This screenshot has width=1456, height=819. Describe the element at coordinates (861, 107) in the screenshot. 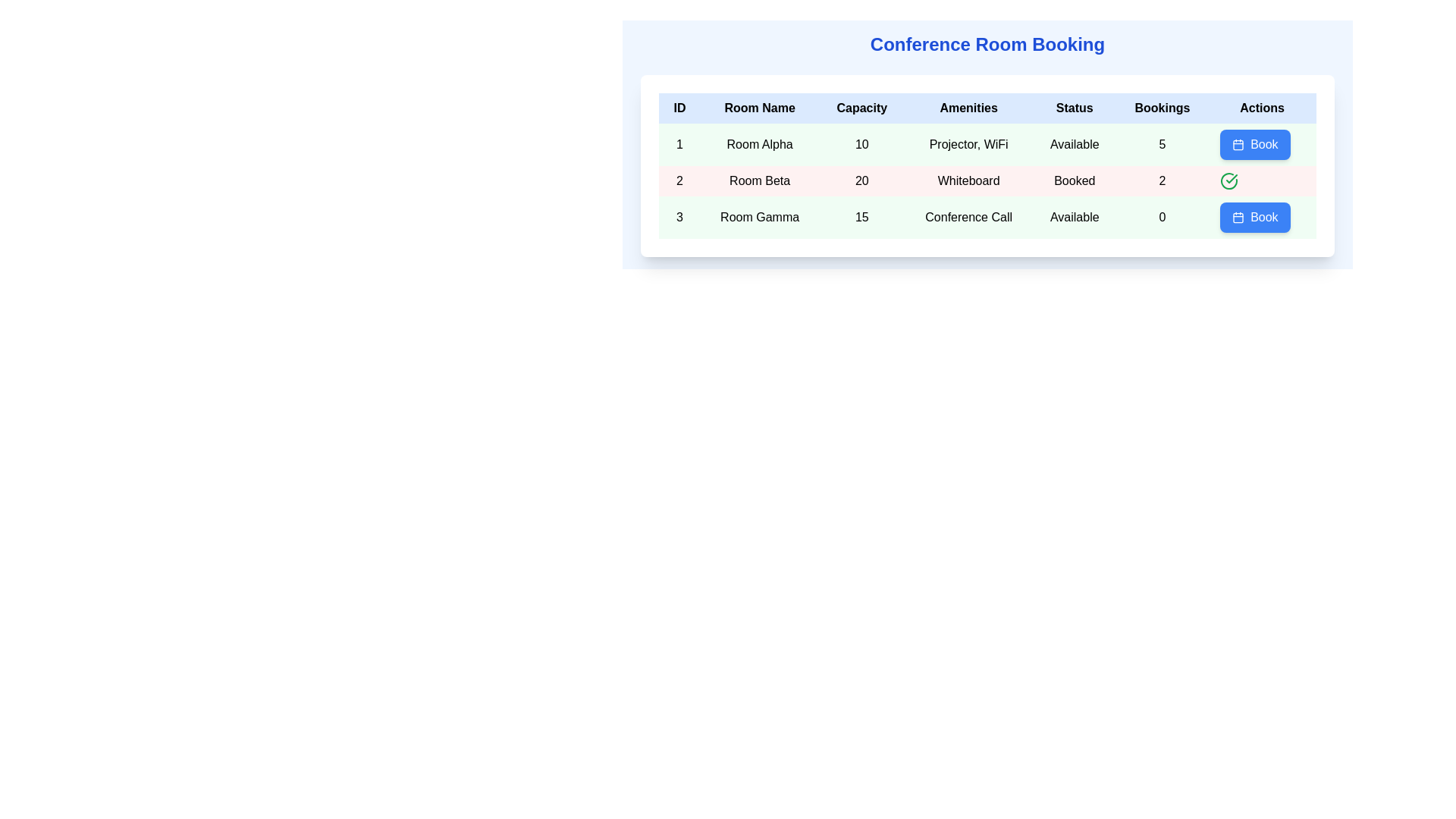

I see `the 'Capacity' column header in the table, which is the third header after 'ID' and 'Room Name'` at that location.